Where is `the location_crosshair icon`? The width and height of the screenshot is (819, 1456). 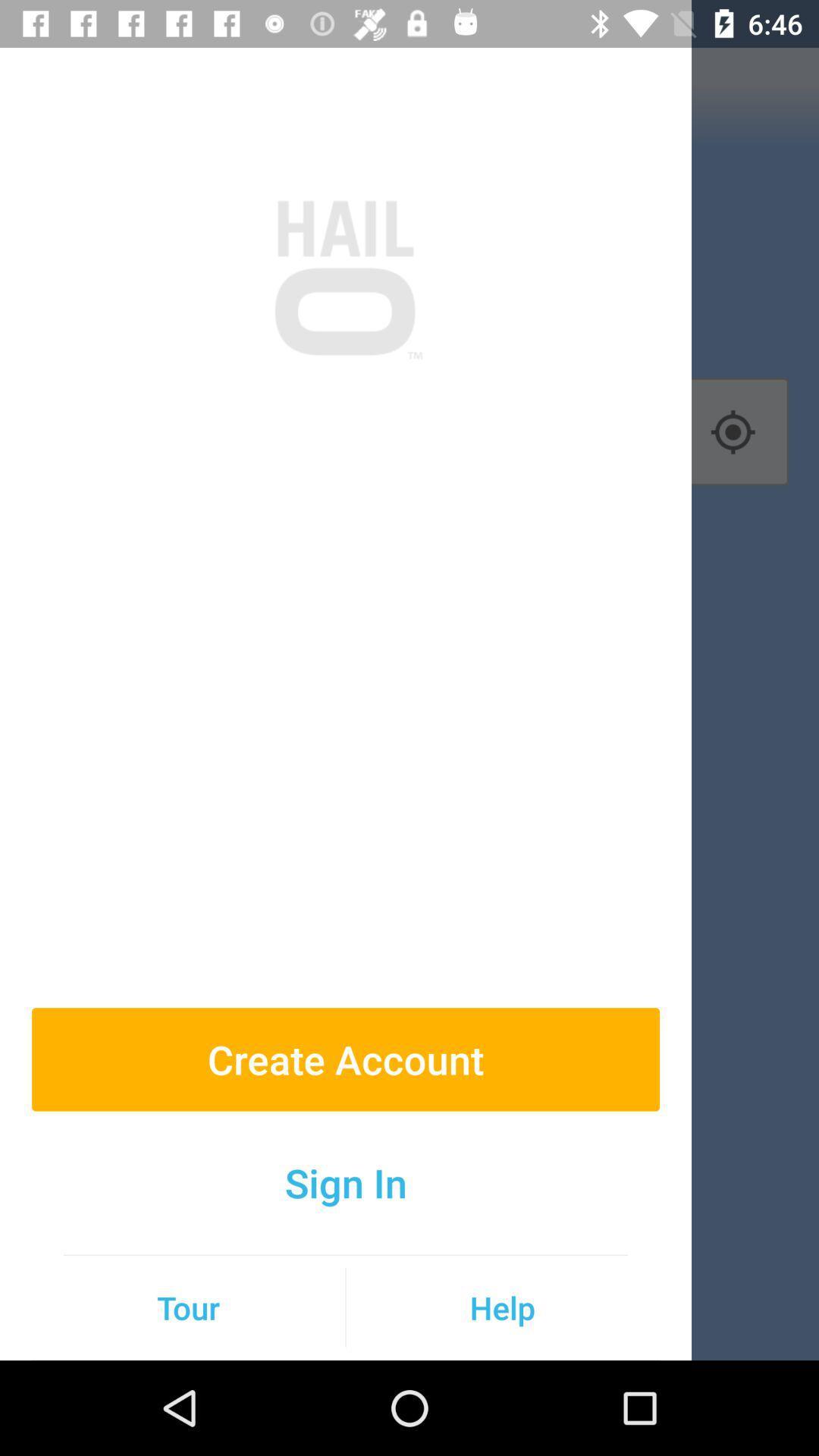 the location_crosshair icon is located at coordinates (732, 431).